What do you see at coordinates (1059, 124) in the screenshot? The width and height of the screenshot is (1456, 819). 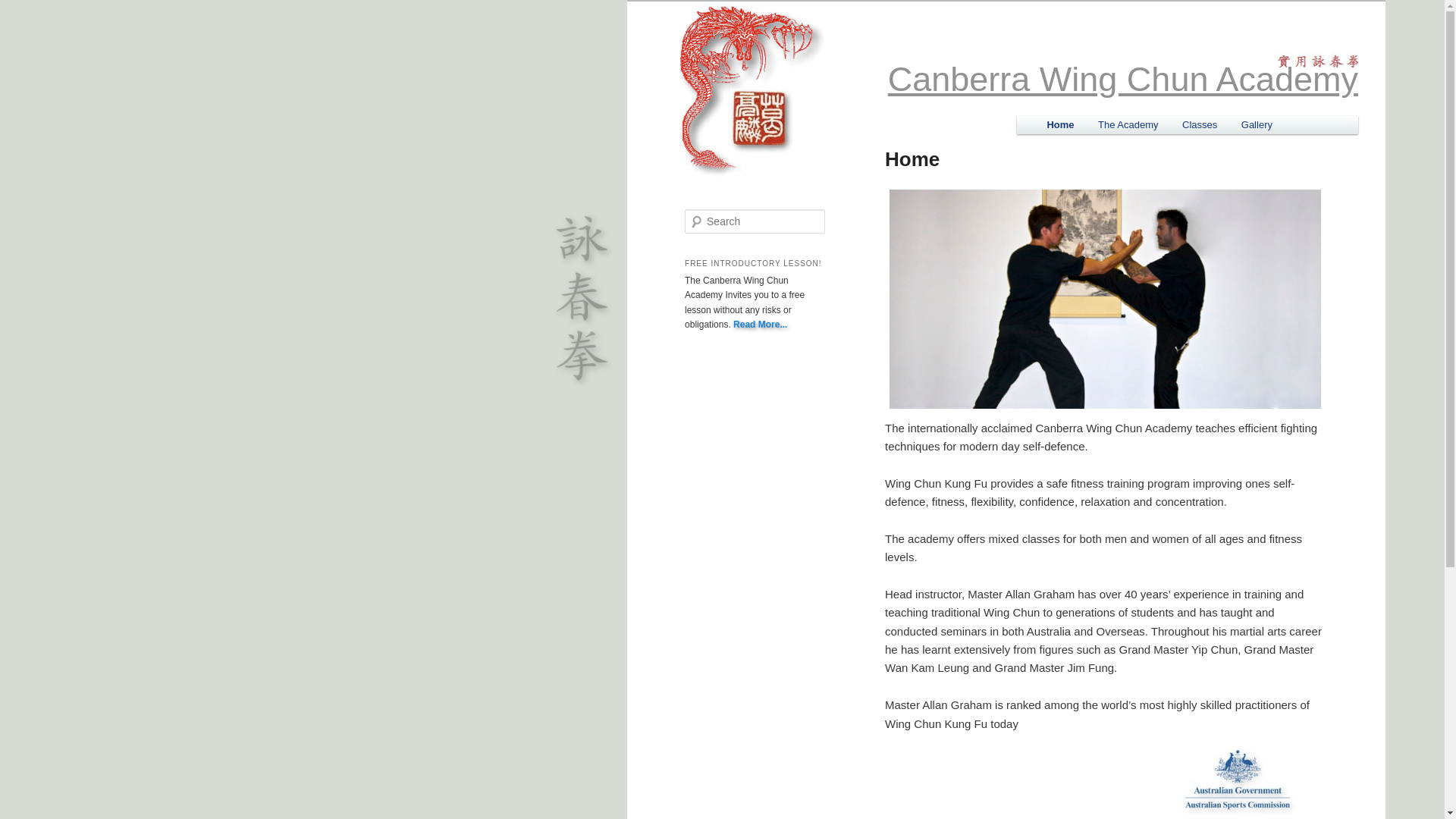 I see `'Home'` at bounding box center [1059, 124].